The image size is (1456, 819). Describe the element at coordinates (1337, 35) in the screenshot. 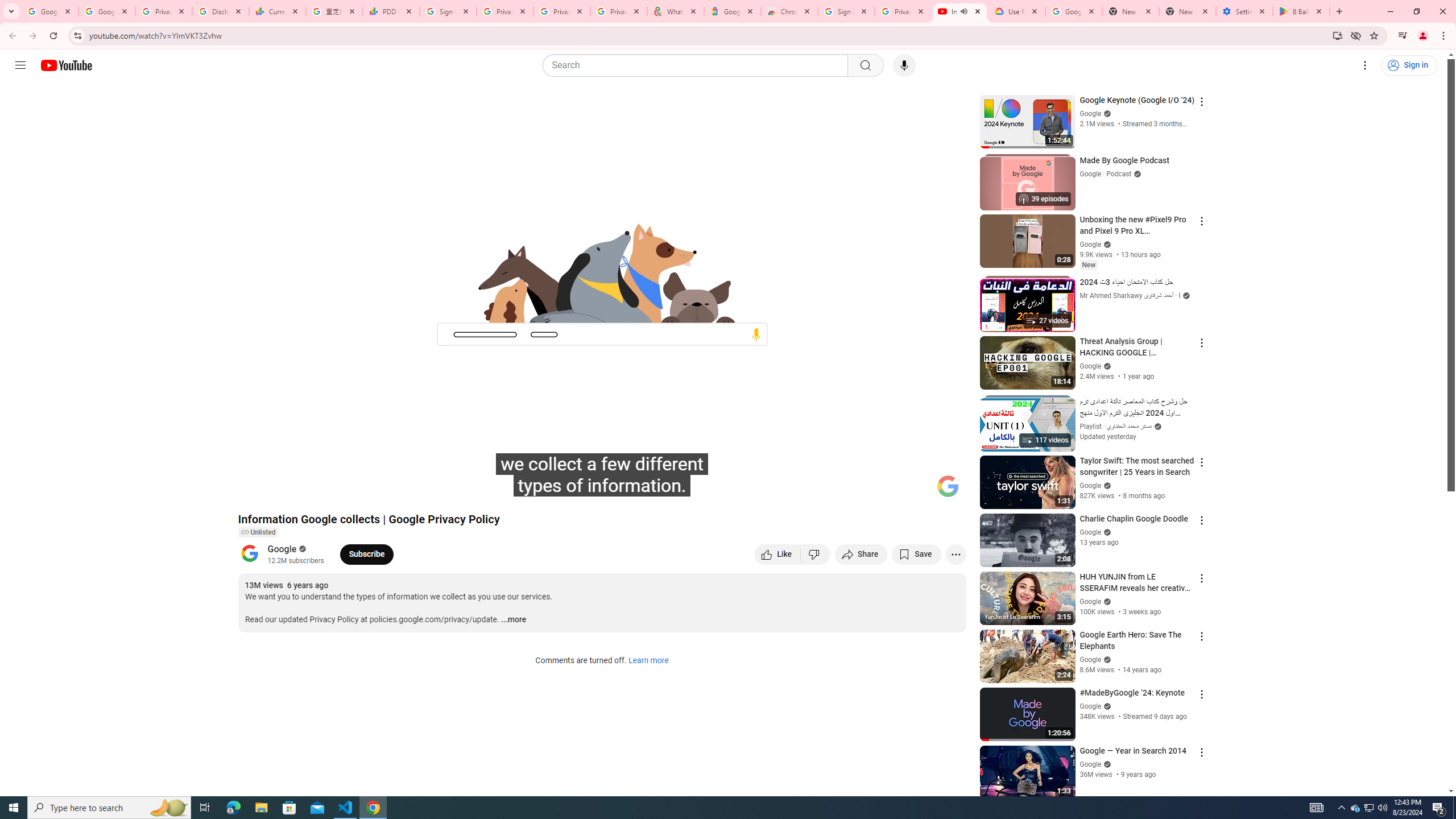

I see `'Install YouTube'` at that location.